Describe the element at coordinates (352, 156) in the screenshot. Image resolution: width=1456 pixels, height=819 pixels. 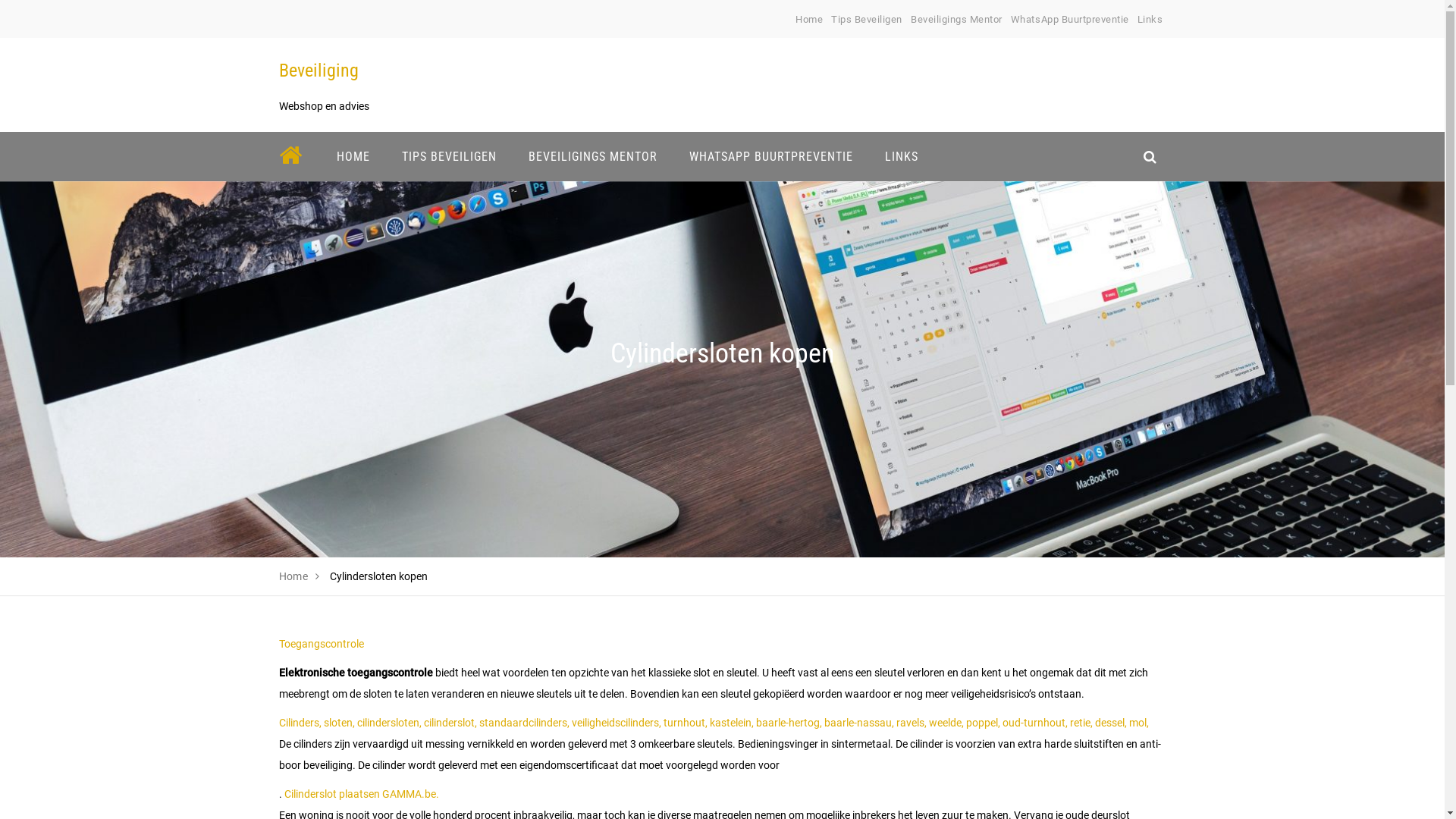
I see `'HOME'` at that location.